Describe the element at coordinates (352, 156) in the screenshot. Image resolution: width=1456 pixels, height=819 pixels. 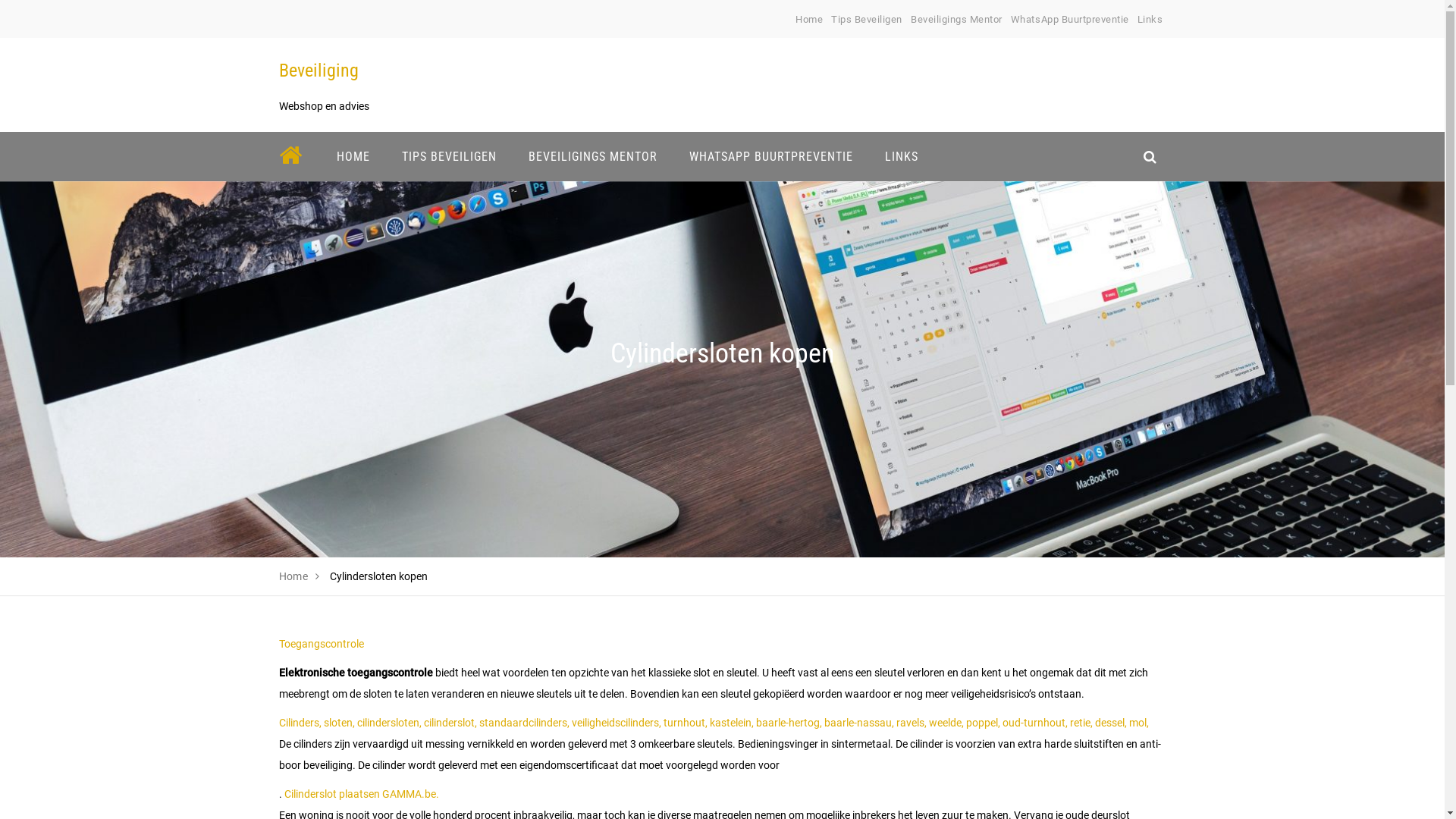
I see `'HOME'` at that location.